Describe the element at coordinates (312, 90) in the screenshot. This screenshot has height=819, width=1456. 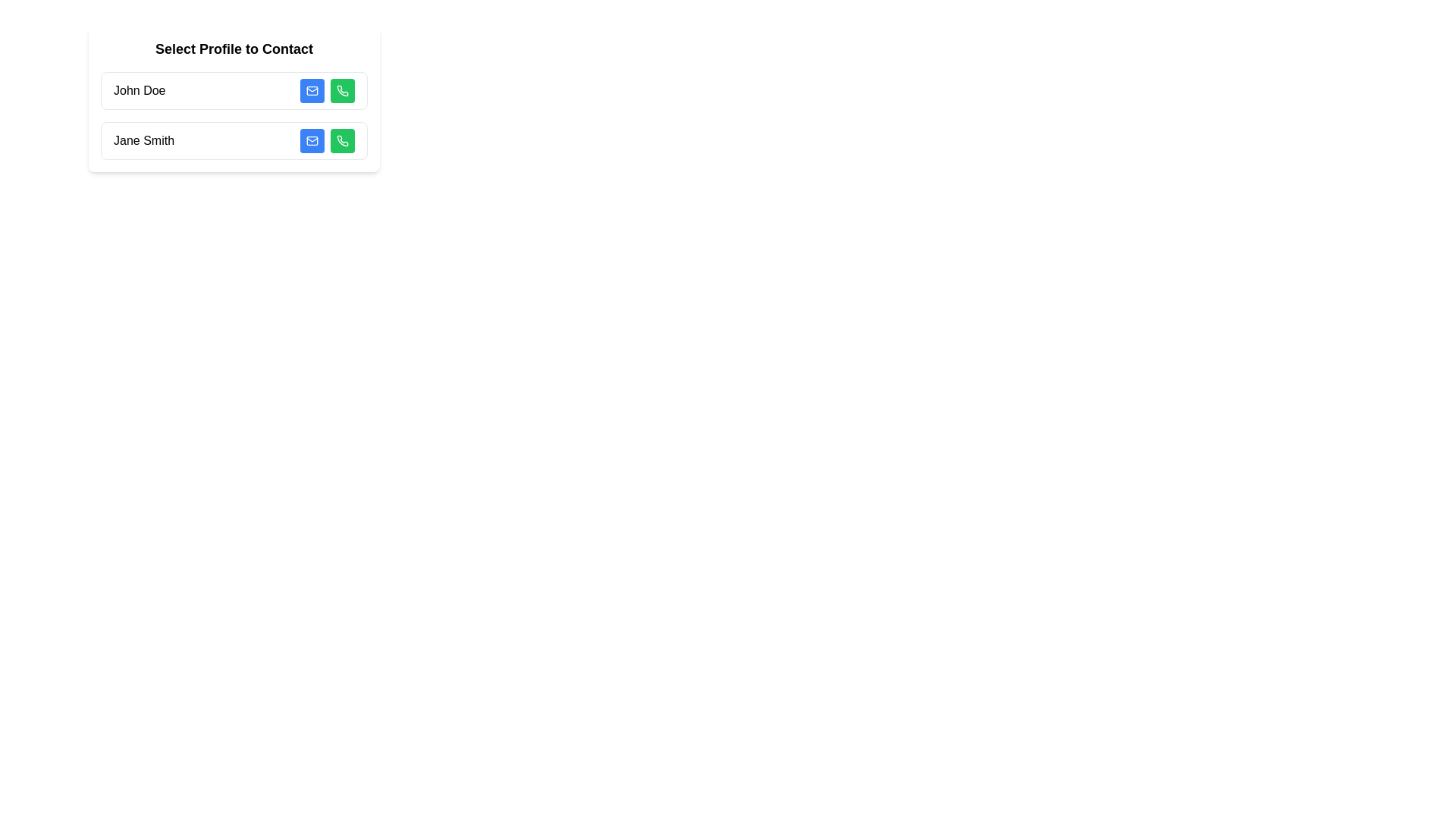
I see `the small, rounded rectangular blue button with a white envelope icon located to the right of the 'John Doe' text entry to initiate the email function` at that location.